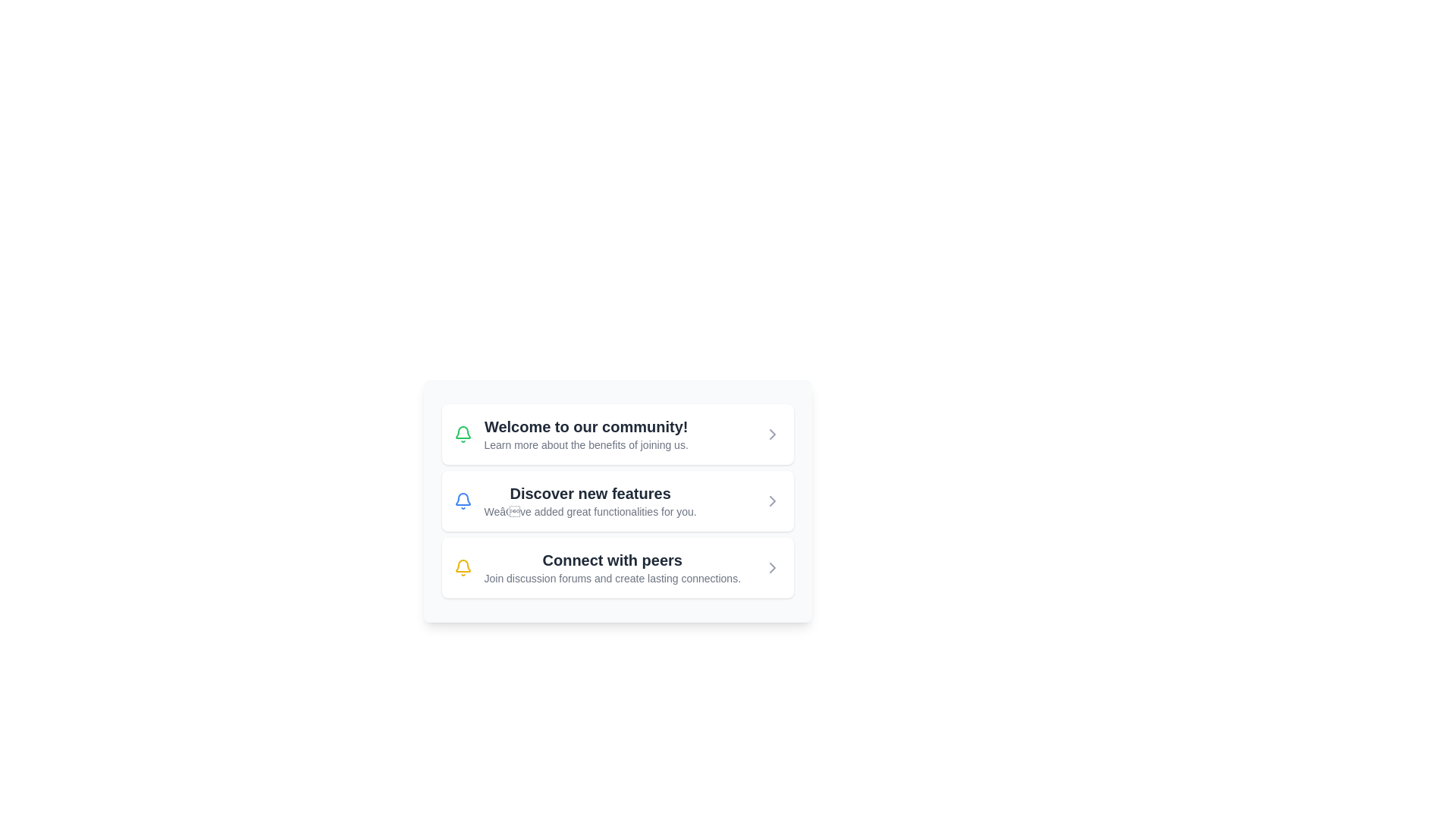 The image size is (1456, 819). Describe the element at coordinates (585, 444) in the screenshot. I see `text displayed in the text label that says 'Learn more about the benefits of joining us.' located below the header 'Welcome to our community!' in the first card-like section` at that location.